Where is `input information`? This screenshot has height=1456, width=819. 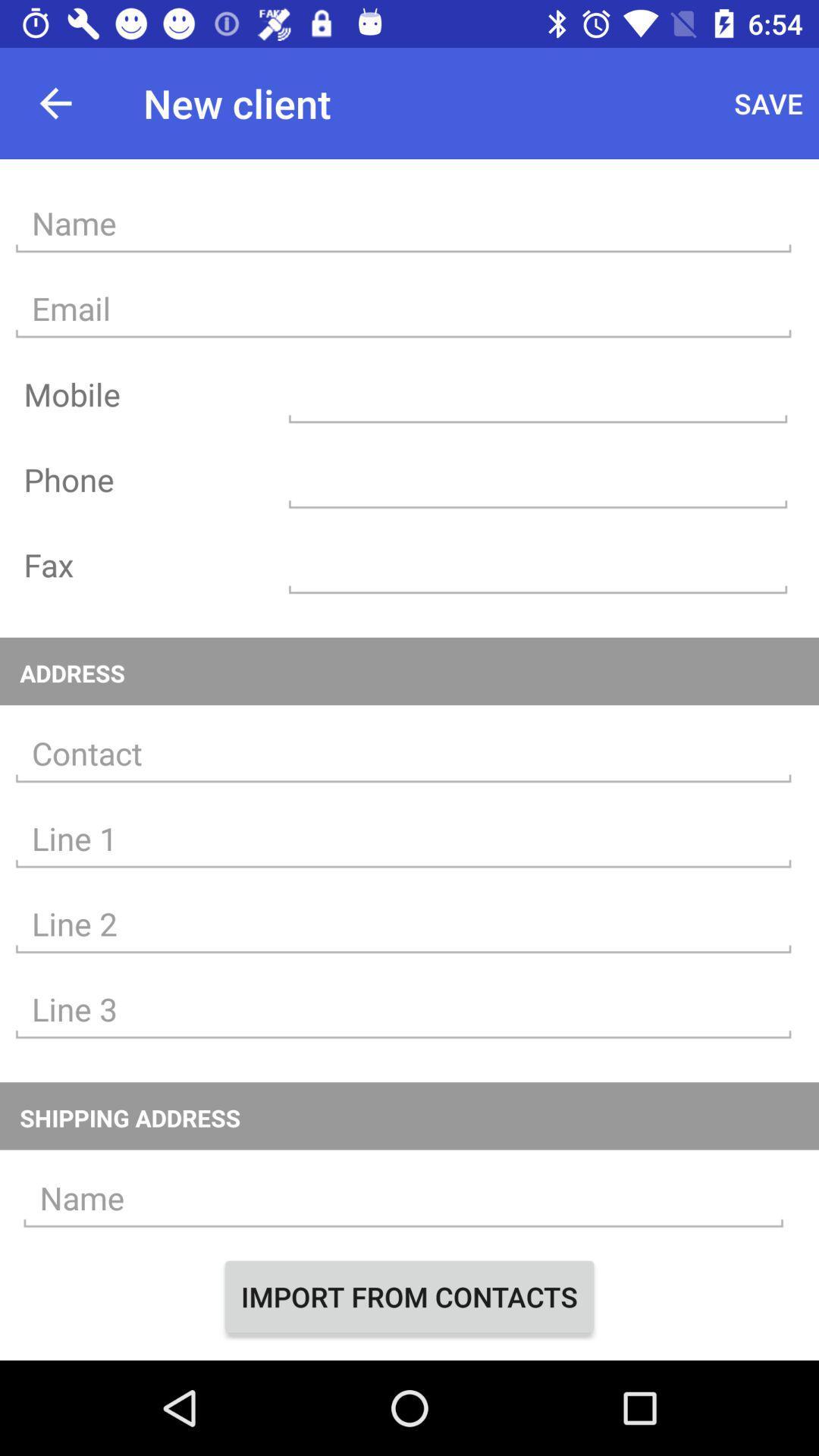 input information is located at coordinates (403, 924).